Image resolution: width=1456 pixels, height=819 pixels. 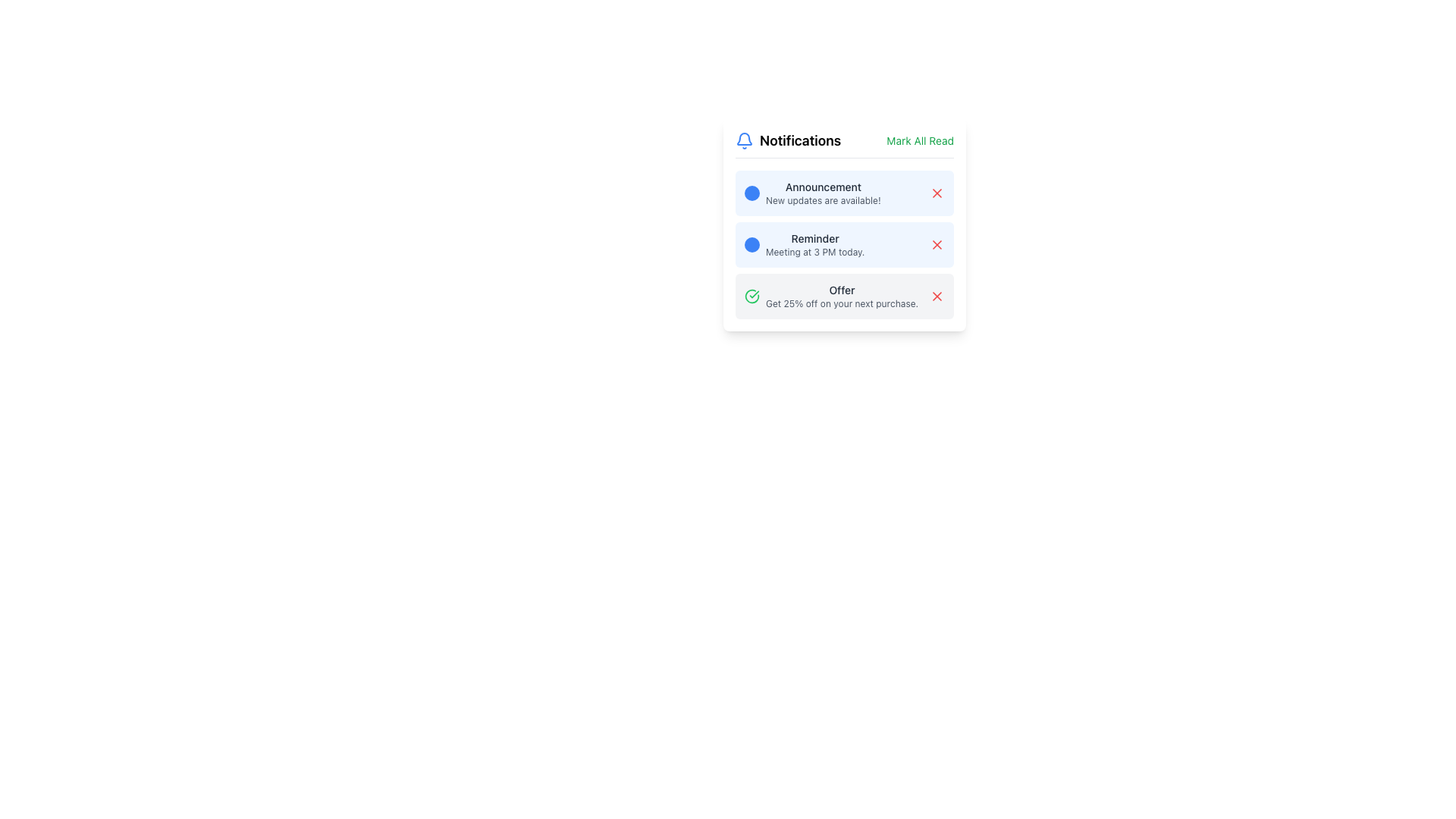 I want to click on the promotional offer text label located in the third notification of a vertically stacked notification list, positioned to the right of a green check icon and followed by a red close icon, to get more information about the offer, so click(x=841, y=296).